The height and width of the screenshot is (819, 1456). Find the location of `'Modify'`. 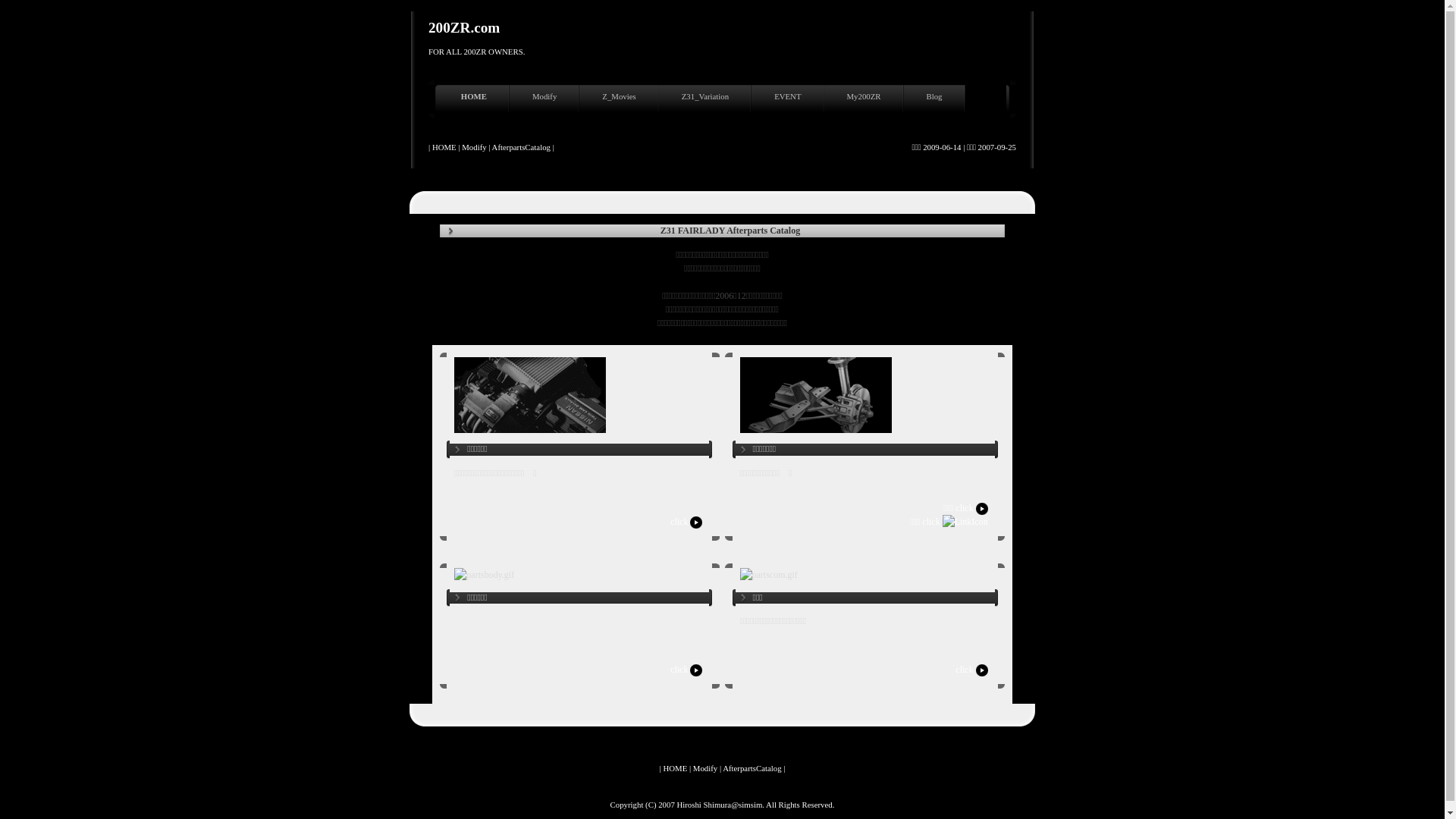

'Modify' is located at coordinates (704, 767).